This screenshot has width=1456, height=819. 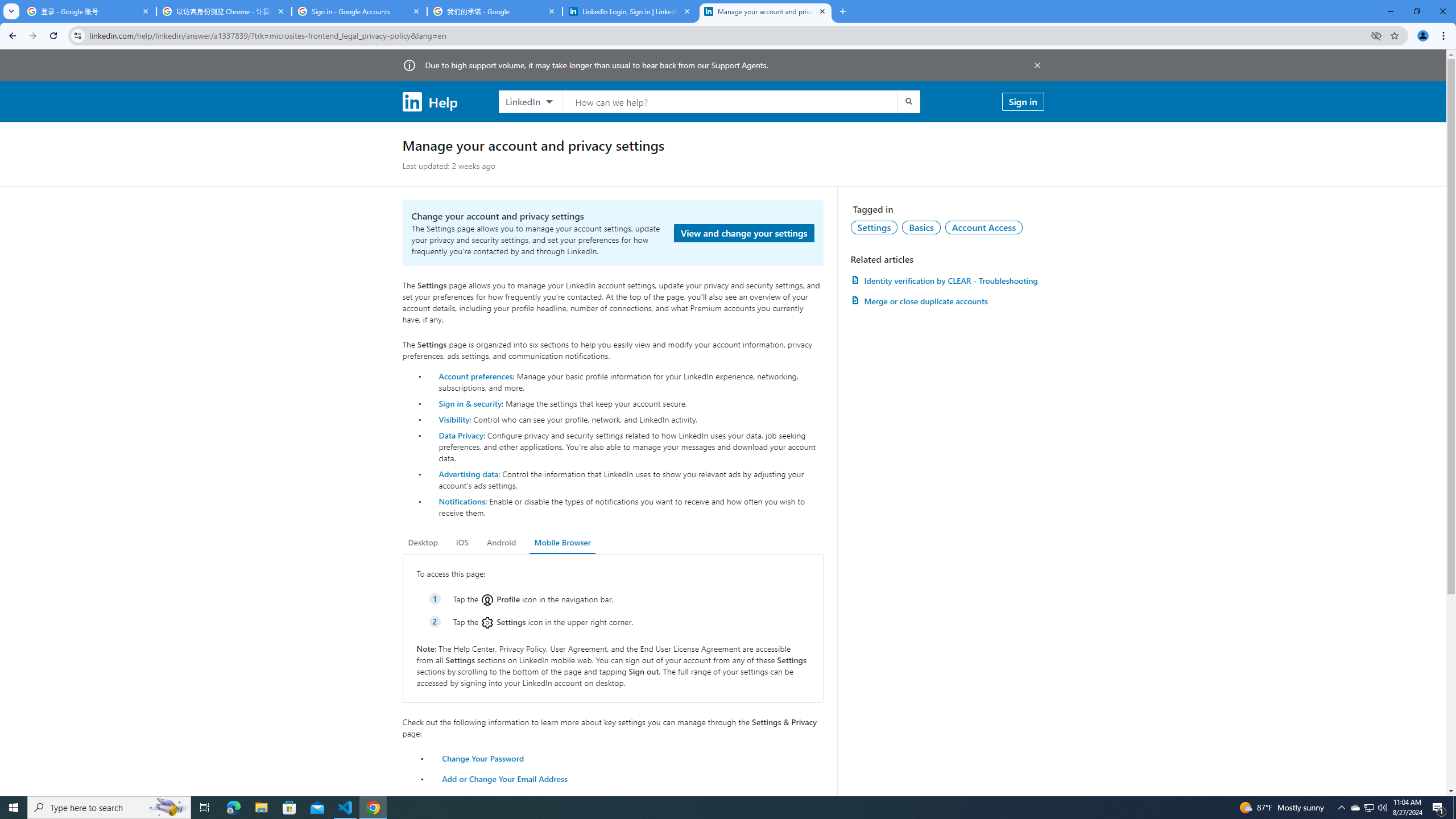 I want to click on 'Mobile Browser', so click(x=562, y=542).